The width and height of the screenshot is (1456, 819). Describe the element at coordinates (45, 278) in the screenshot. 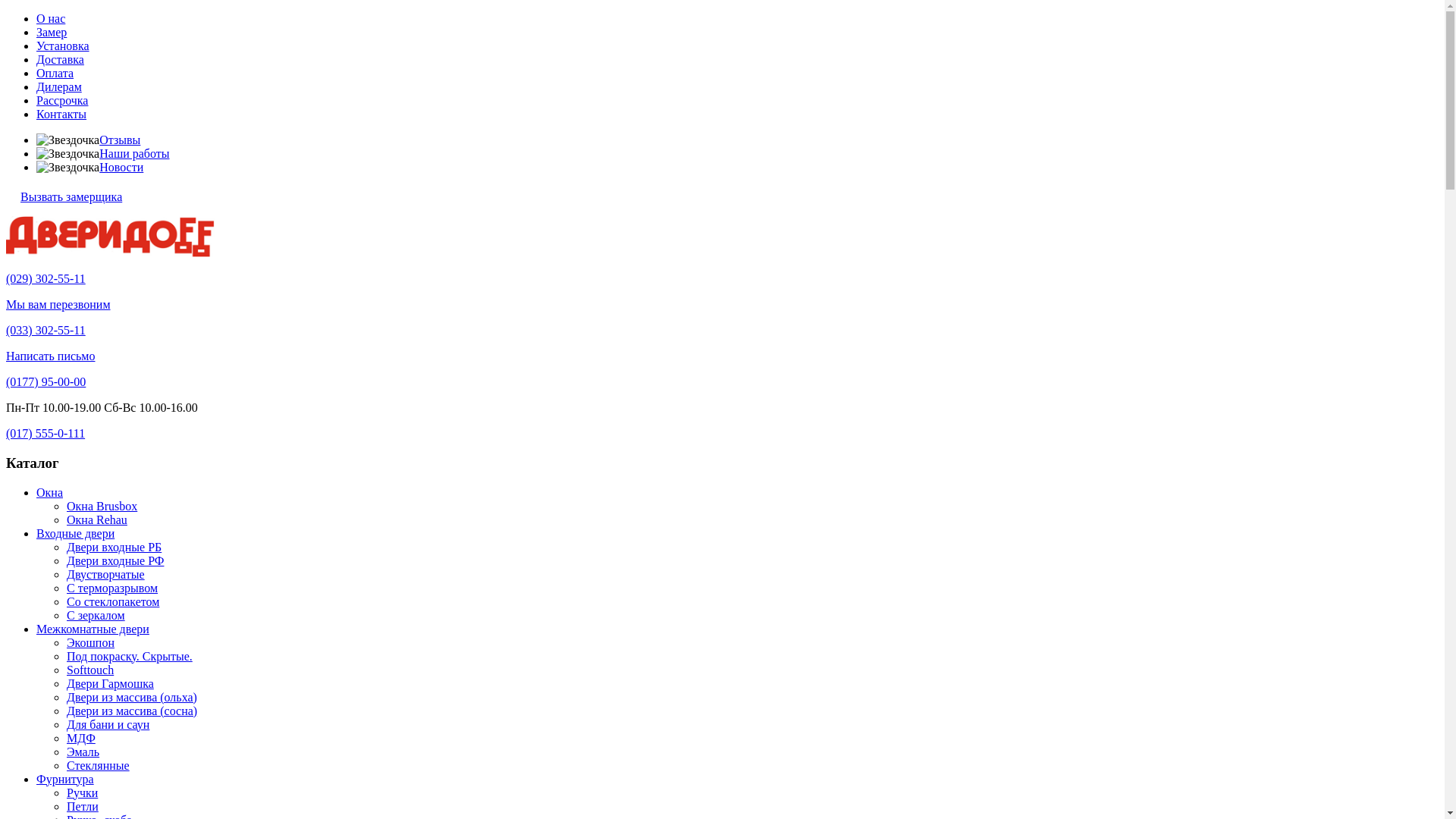

I see `'(029) 302-55-11'` at that location.